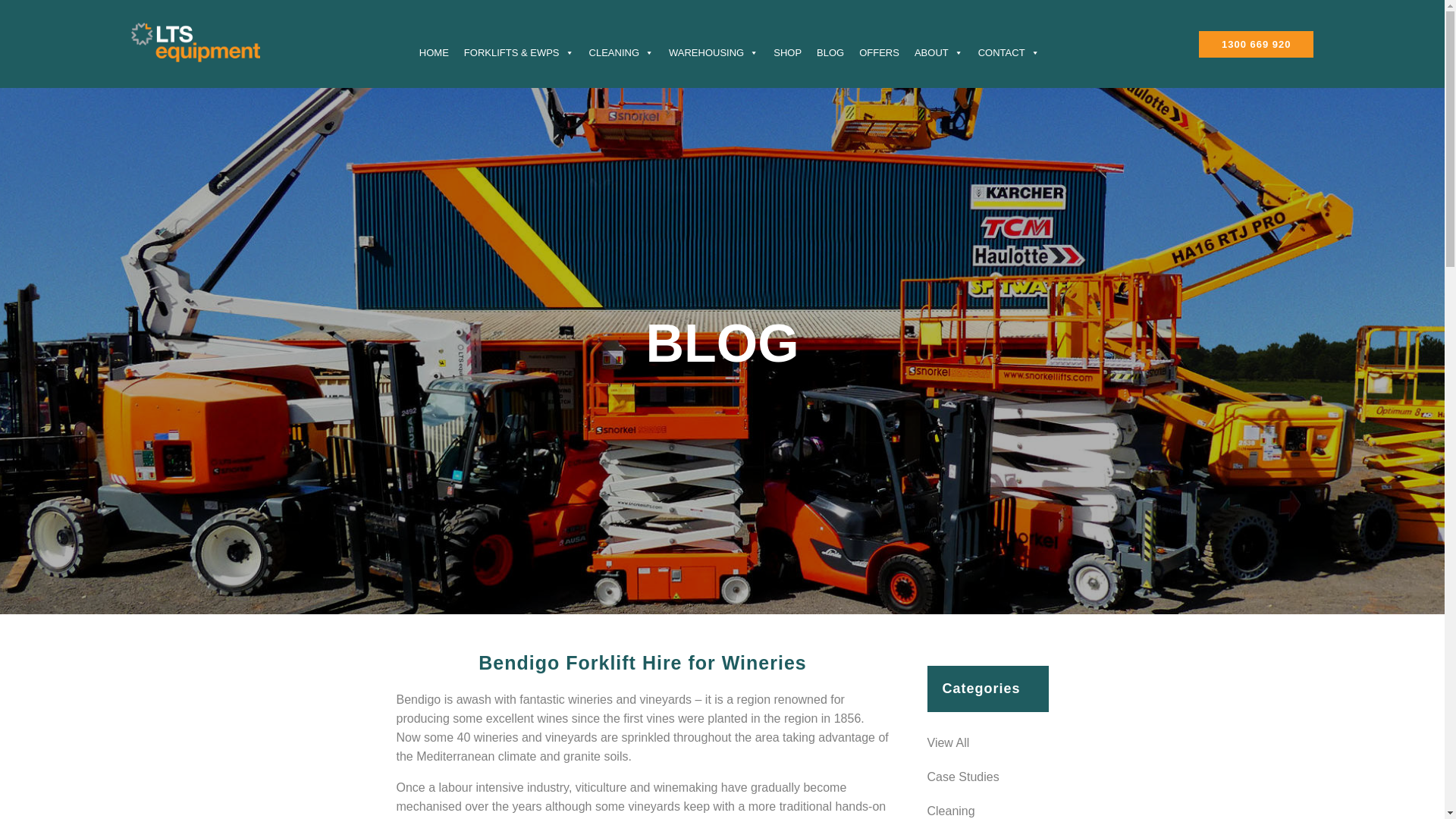  Describe the element at coordinates (879, 52) in the screenshot. I see `'OFFERS'` at that location.